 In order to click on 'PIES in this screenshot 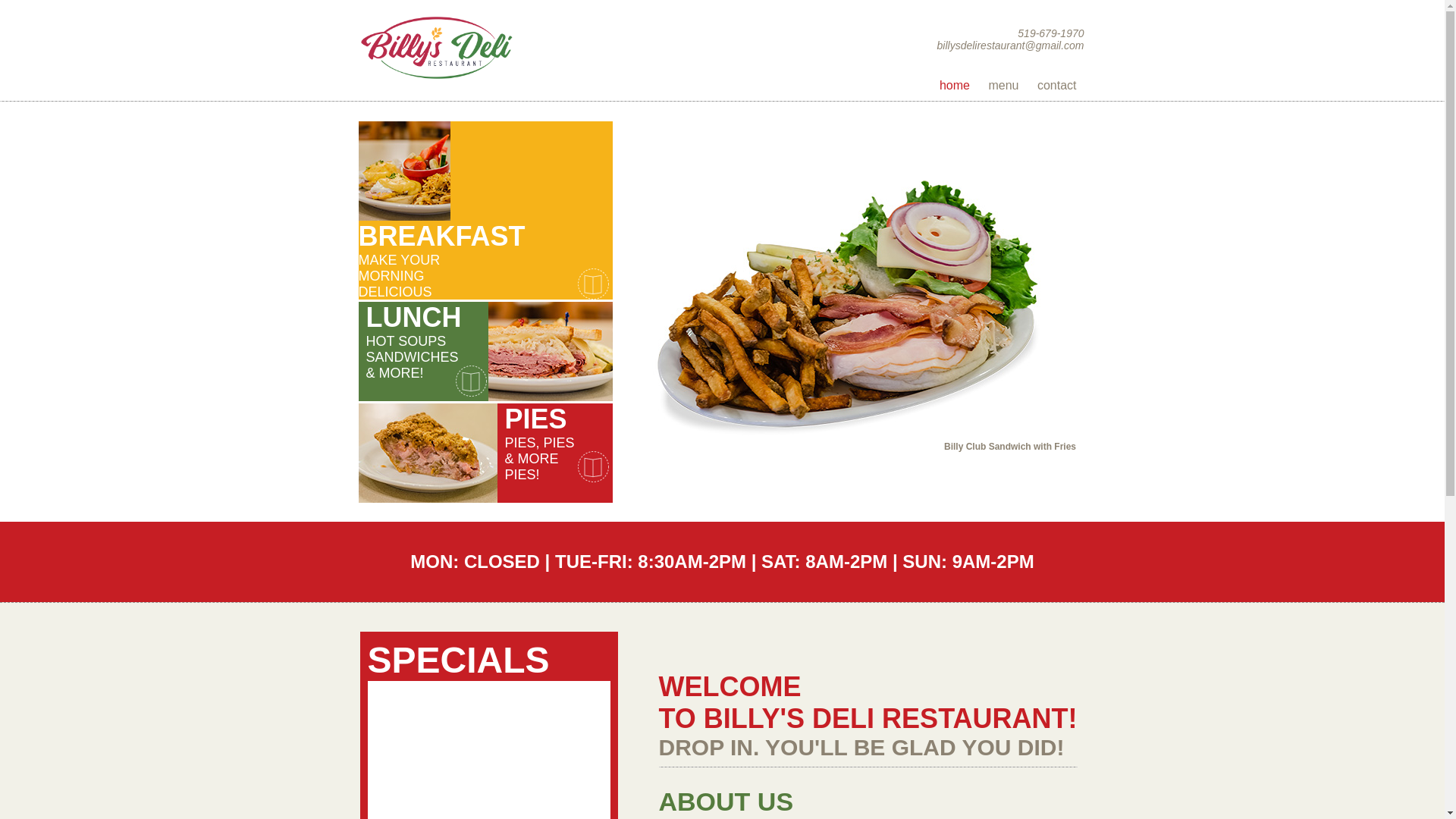, I will do `click(484, 451)`.